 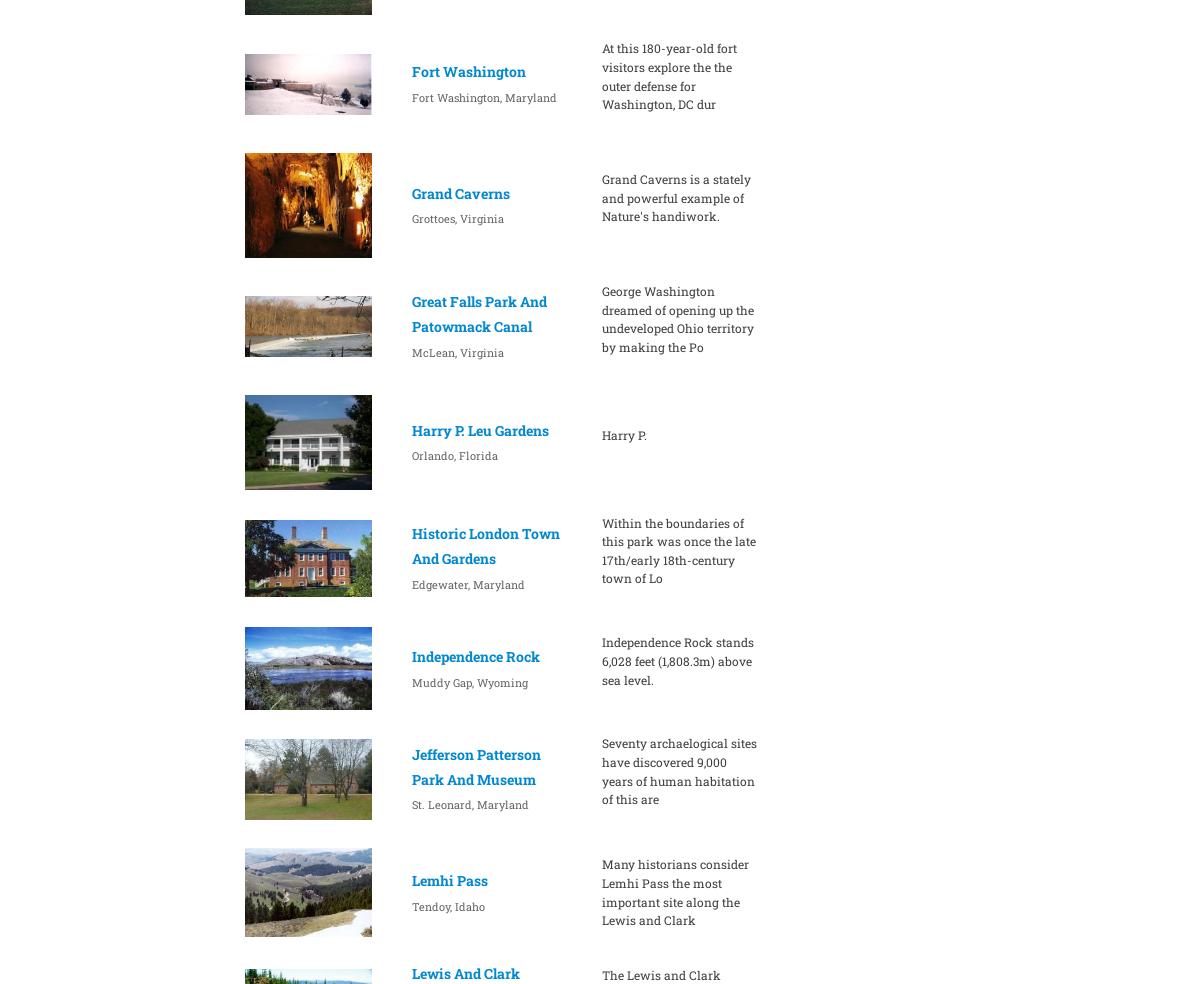 I want to click on 'Grottoes, Virginia', so click(x=455, y=218).